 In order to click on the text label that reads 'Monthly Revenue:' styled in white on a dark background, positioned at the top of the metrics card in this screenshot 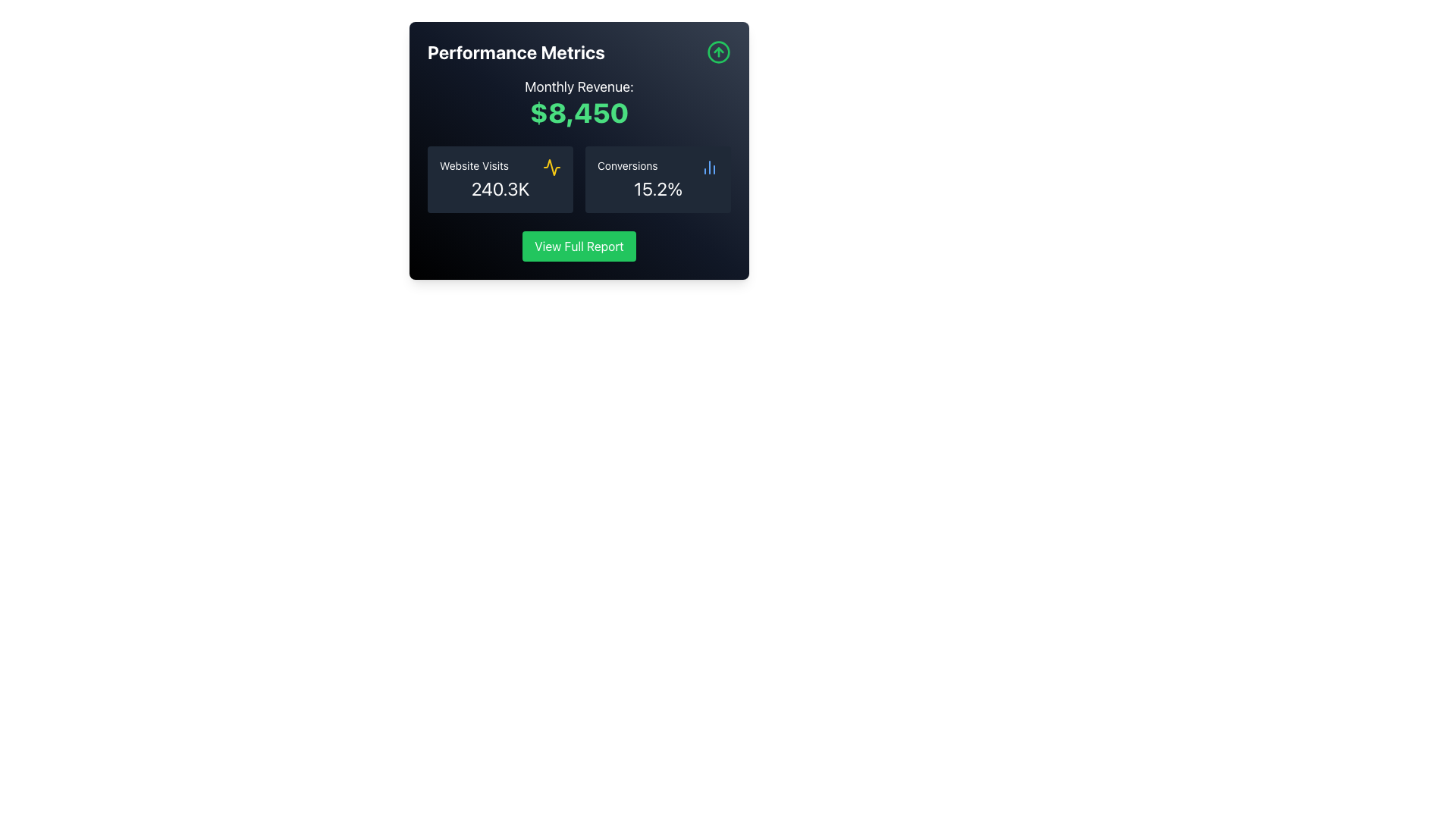, I will do `click(578, 87)`.